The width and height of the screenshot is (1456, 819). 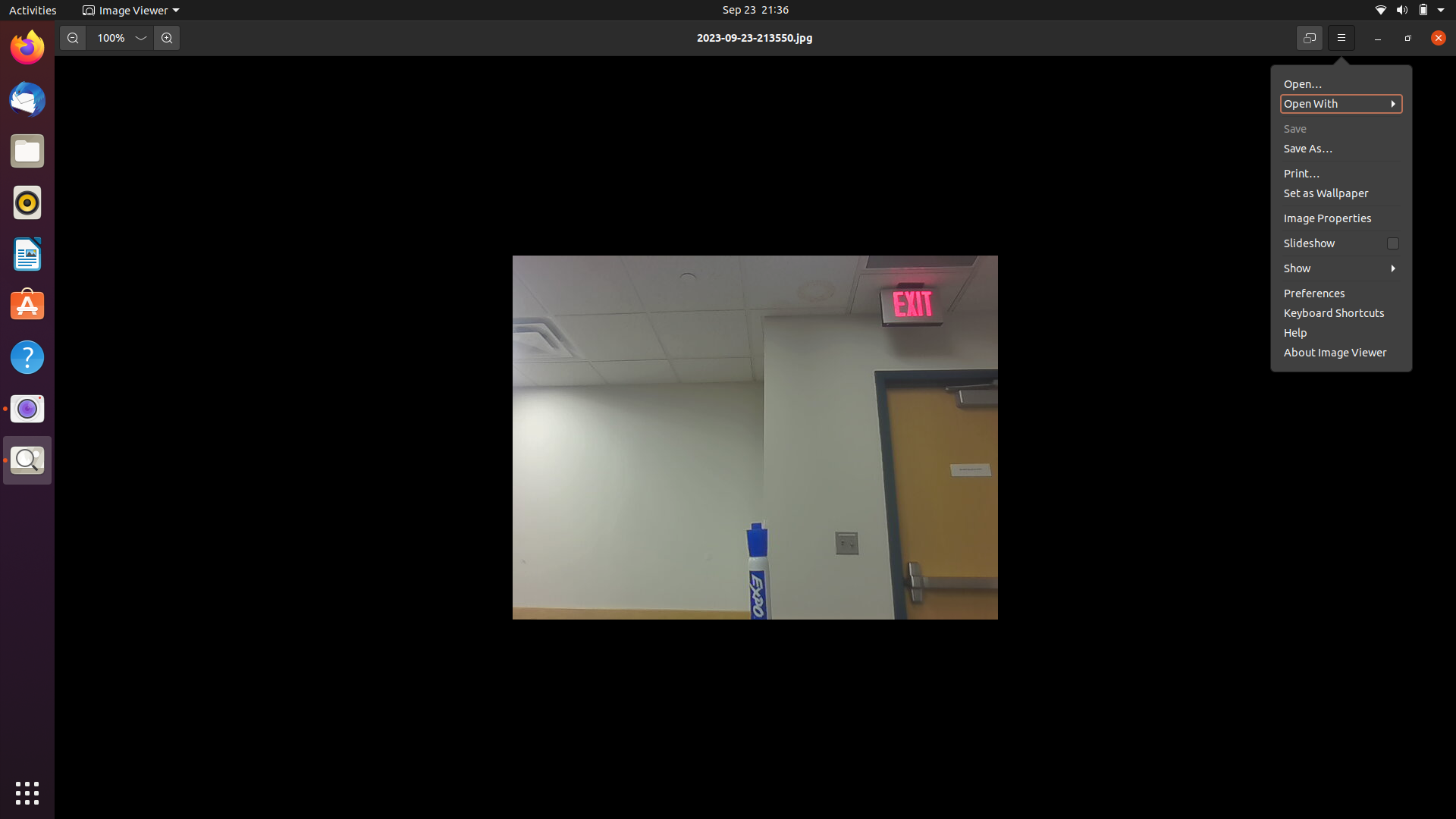 What do you see at coordinates (166, 37) in the screenshot?
I see `Magnify the visual by one increment` at bounding box center [166, 37].